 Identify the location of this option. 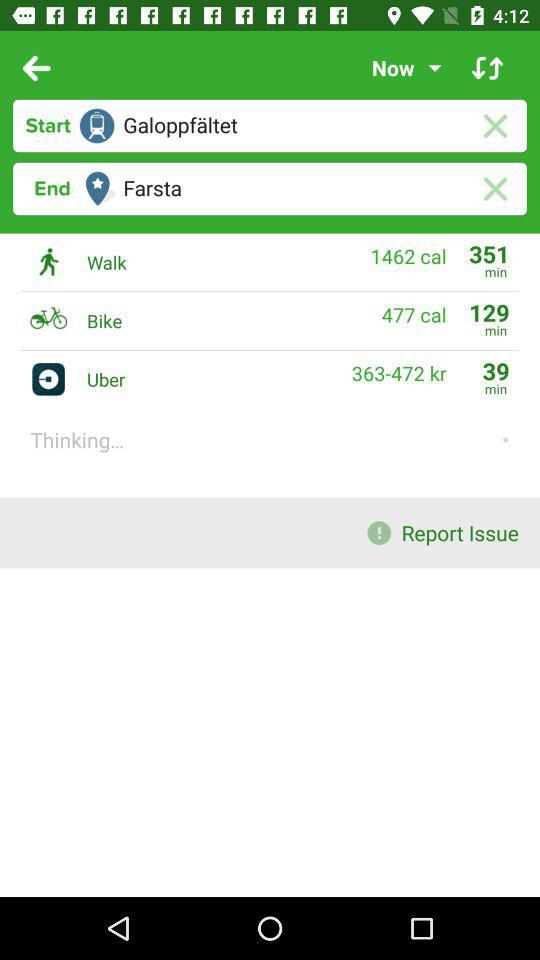
(494, 189).